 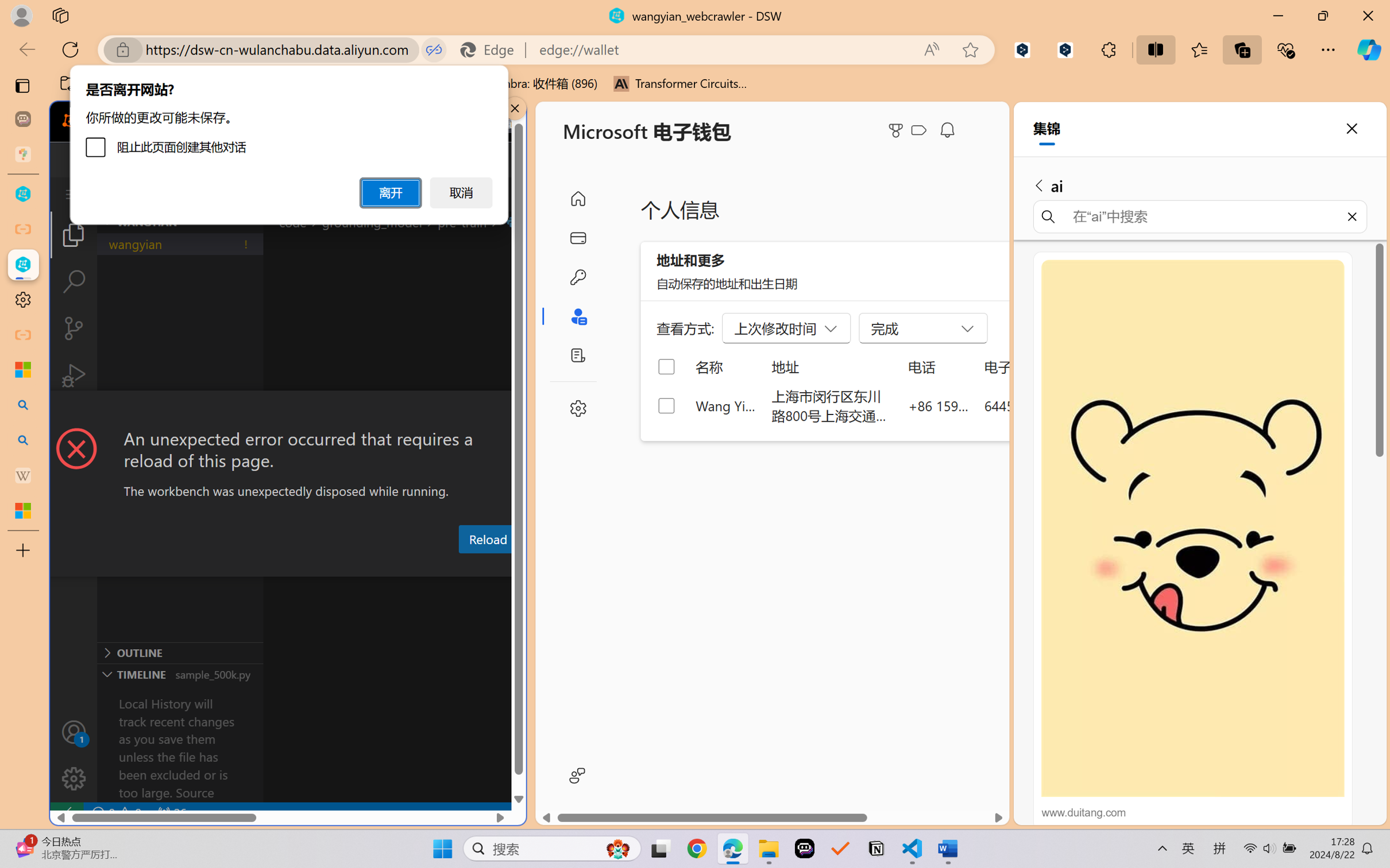 What do you see at coordinates (921, 130) in the screenshot?
I see `'Microsoft Cashback'` at bounding box center [921, 130].